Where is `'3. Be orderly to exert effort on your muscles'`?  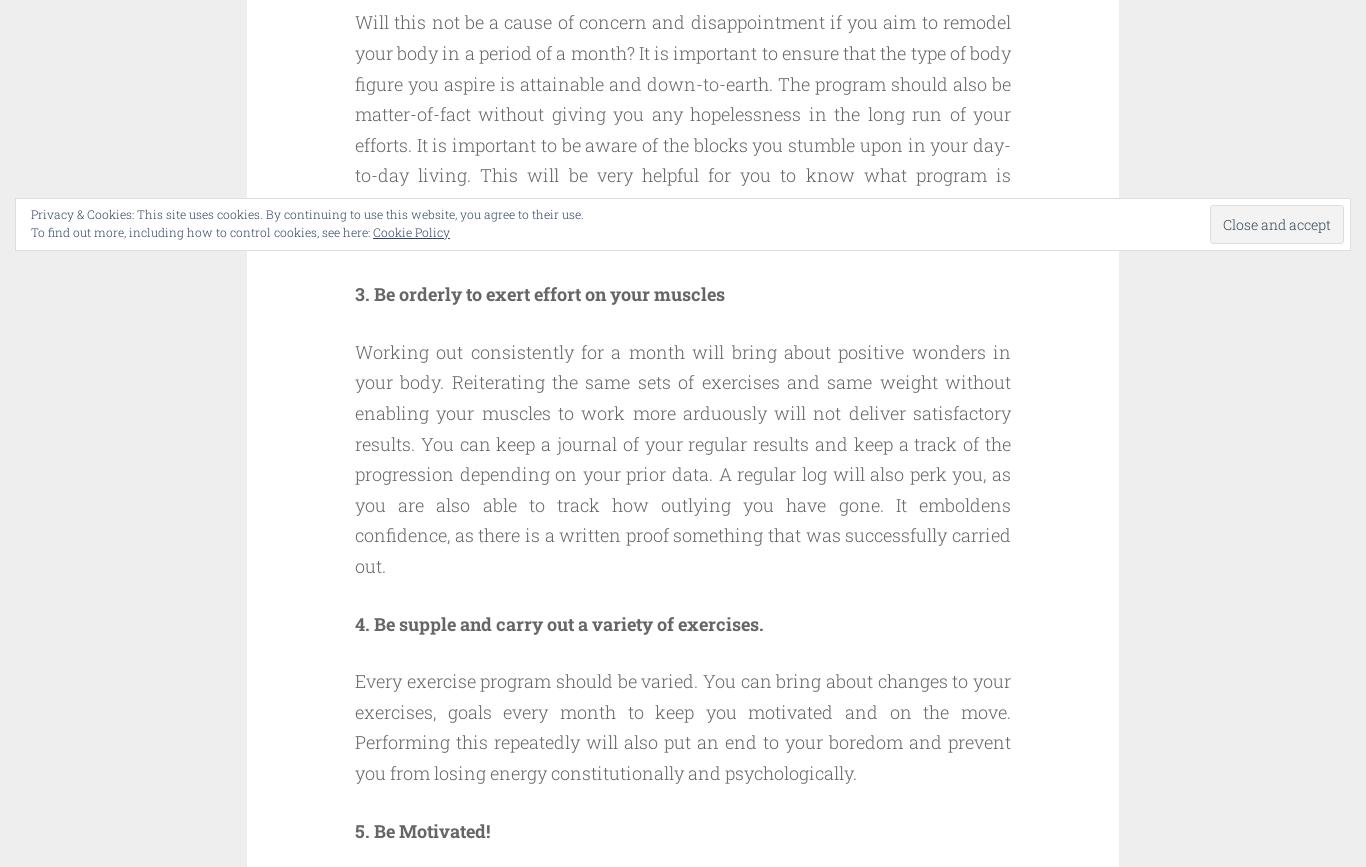
'3. Be orderly to exert effort on your muscles' is located at coordinates (539, 293).